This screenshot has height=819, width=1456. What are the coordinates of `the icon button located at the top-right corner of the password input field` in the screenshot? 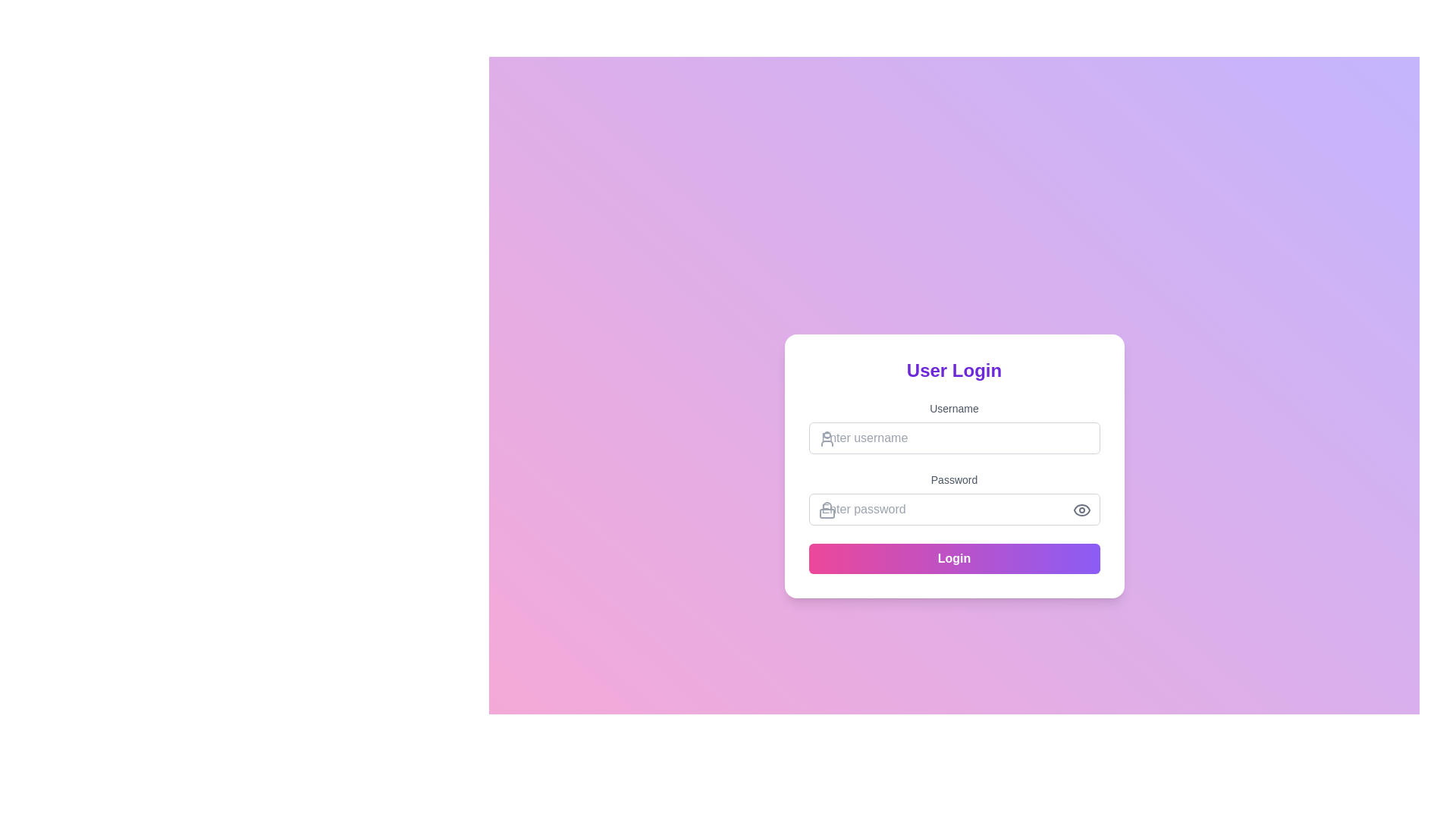 It's located at (1081, 510).